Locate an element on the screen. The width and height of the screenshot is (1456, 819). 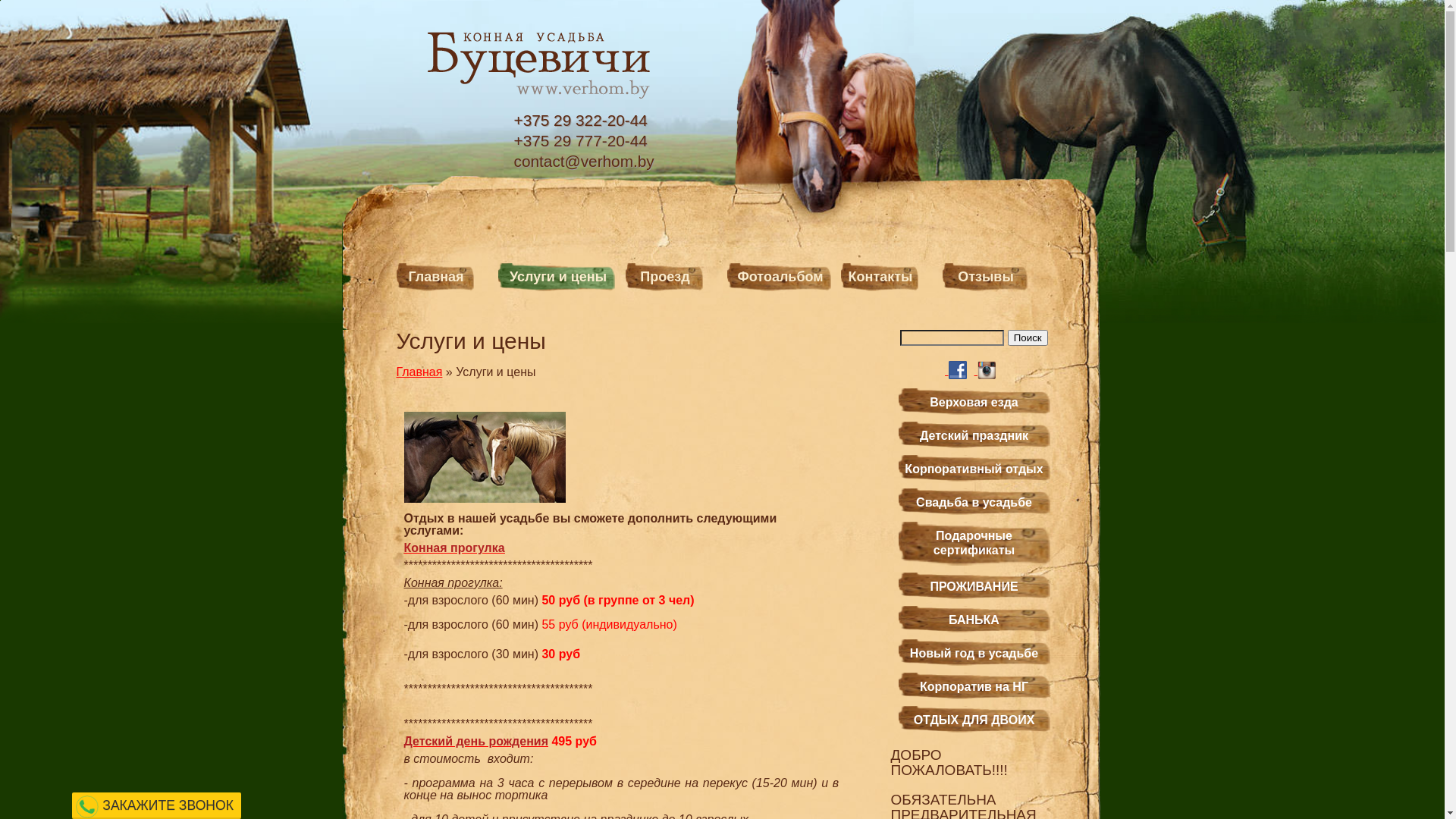
'+375 29 777-20-44' is located at coordinates (583, 140).